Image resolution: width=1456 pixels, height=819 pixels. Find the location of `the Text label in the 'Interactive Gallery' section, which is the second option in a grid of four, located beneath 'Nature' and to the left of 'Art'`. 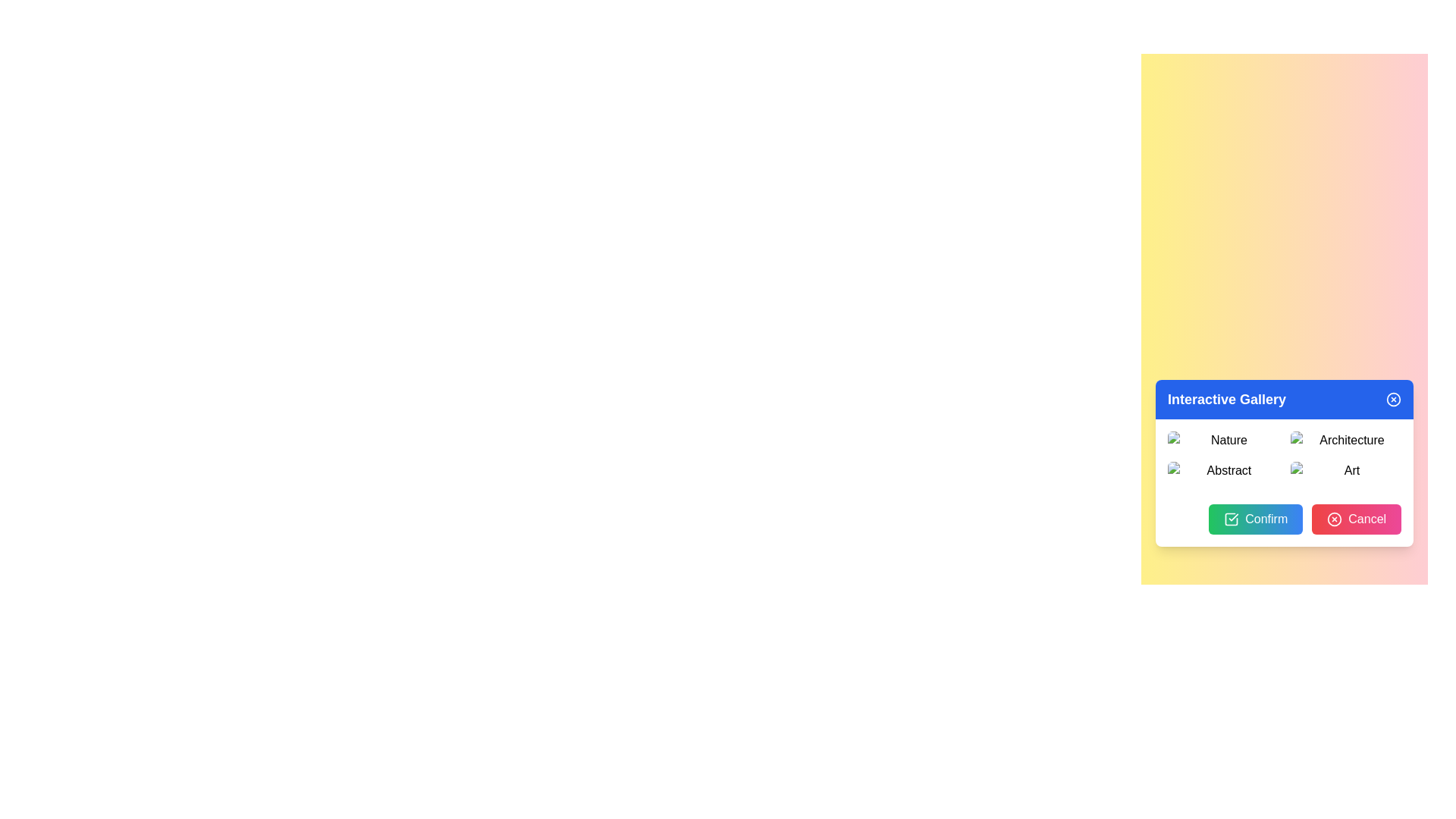

the Text label in the 'Interactive Gallery' section, which is the second option in a grid of four, located beneath 'Nature' and to the left of 'Art' is located at coordinates (1222, 470).